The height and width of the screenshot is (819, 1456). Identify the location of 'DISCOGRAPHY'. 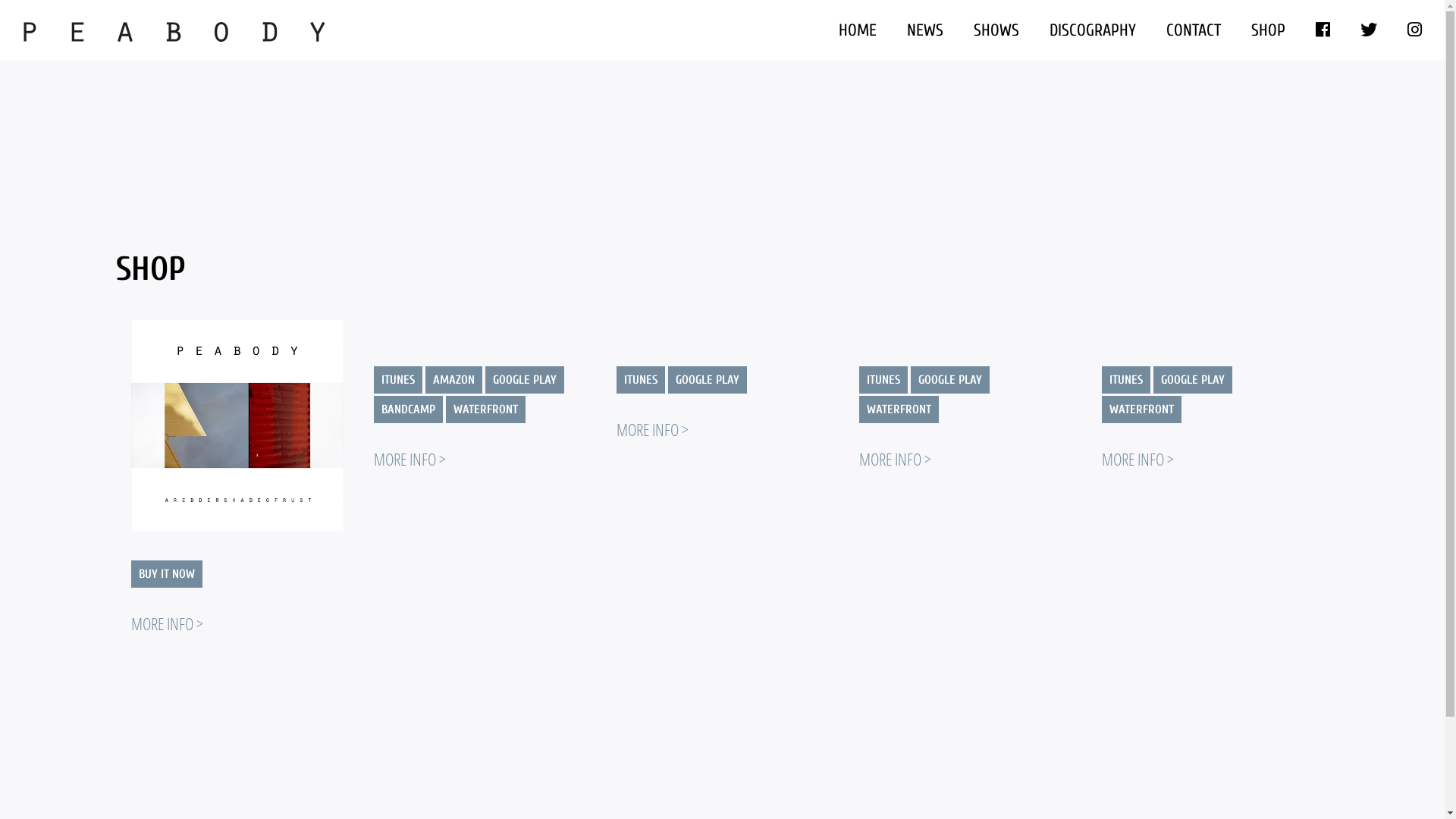
(1092, 30).